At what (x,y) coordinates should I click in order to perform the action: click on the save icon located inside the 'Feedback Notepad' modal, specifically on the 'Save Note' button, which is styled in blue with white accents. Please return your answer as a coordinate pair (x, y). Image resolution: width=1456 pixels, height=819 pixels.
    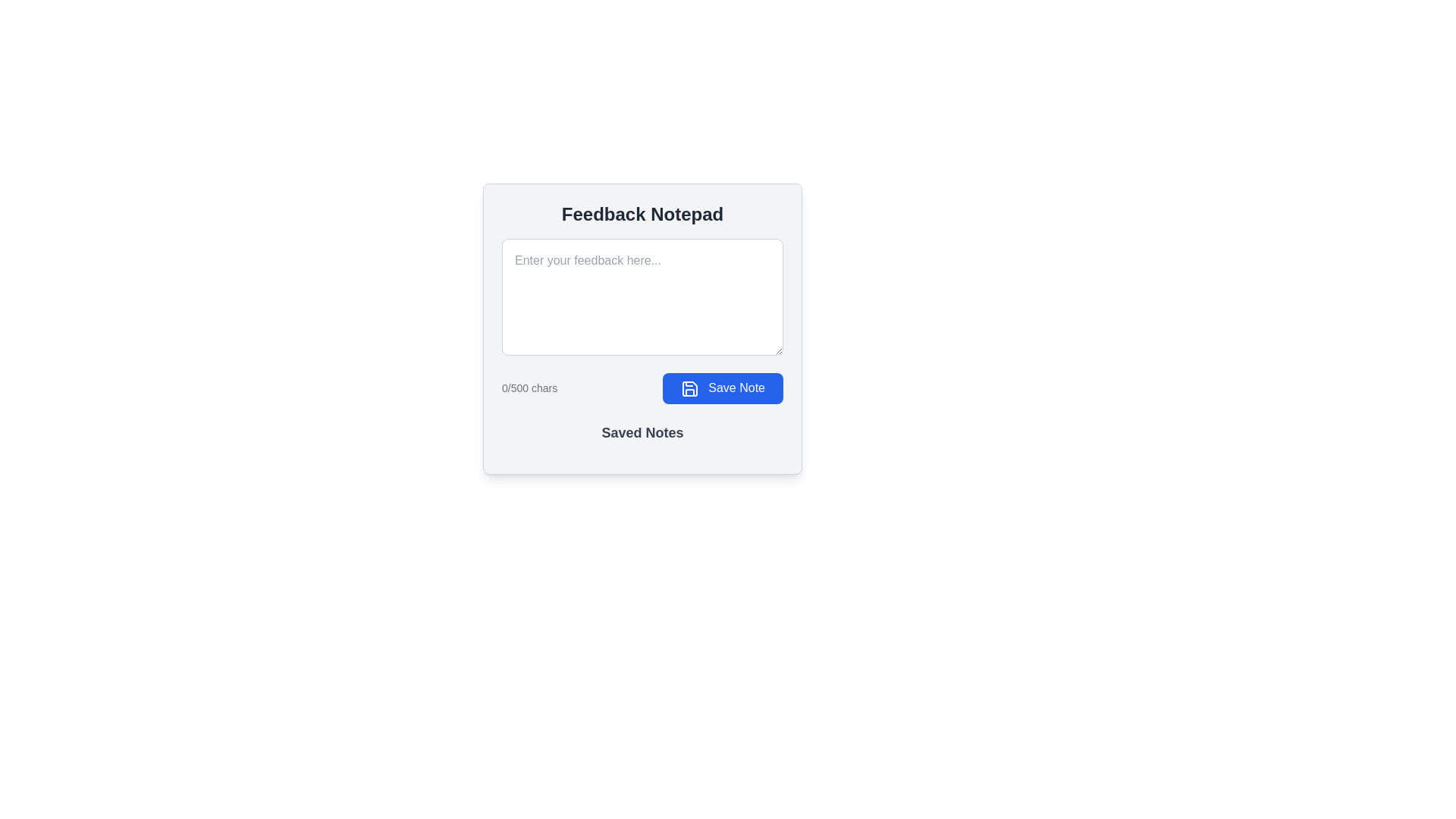
    Looking at the image, I should click on (689, 388).